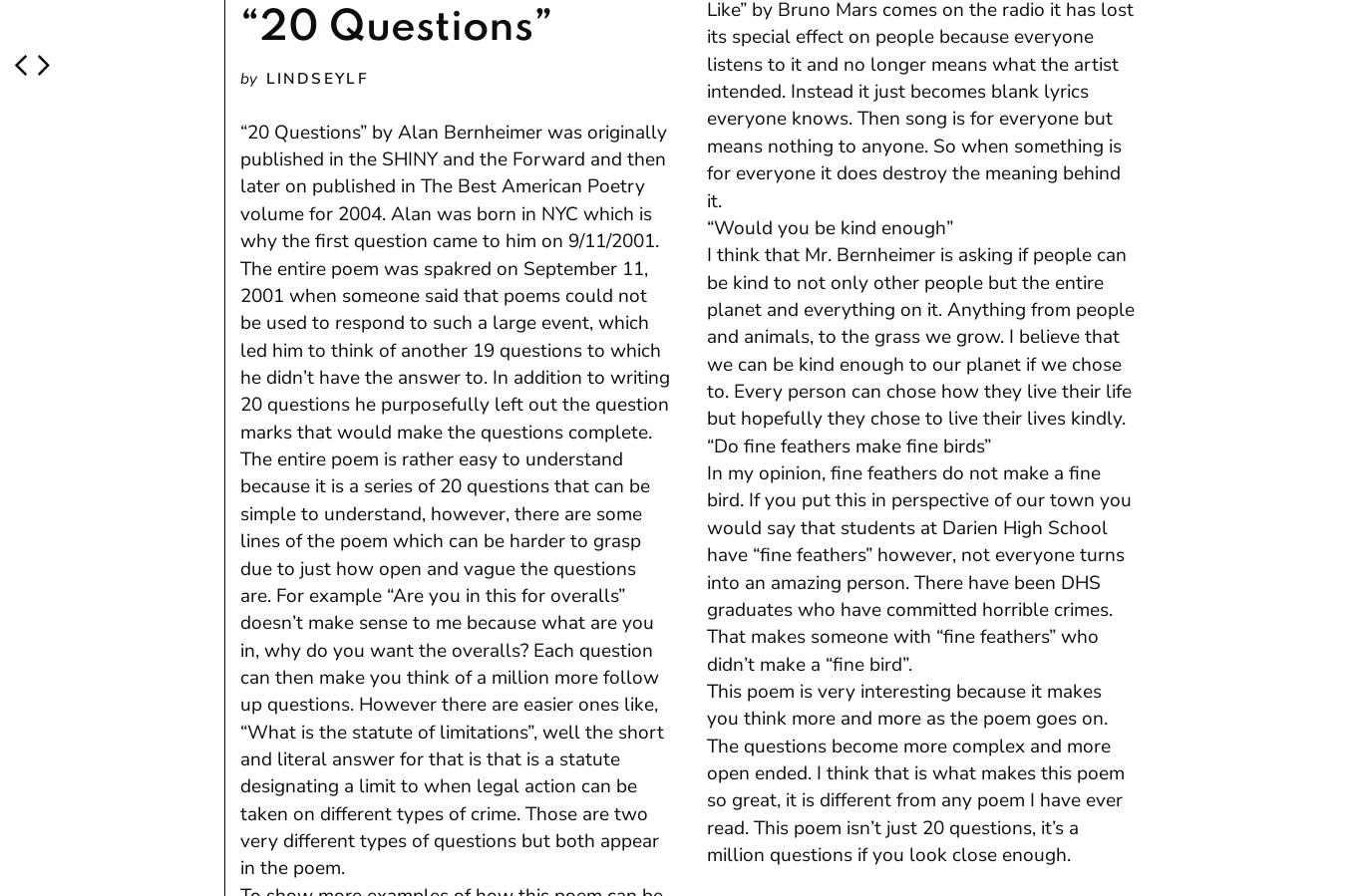 Image resolution: width=1362 pixels, height=896 pixels. I want to click on '“Do fine feathers make fine birds”', so click(847, 444).